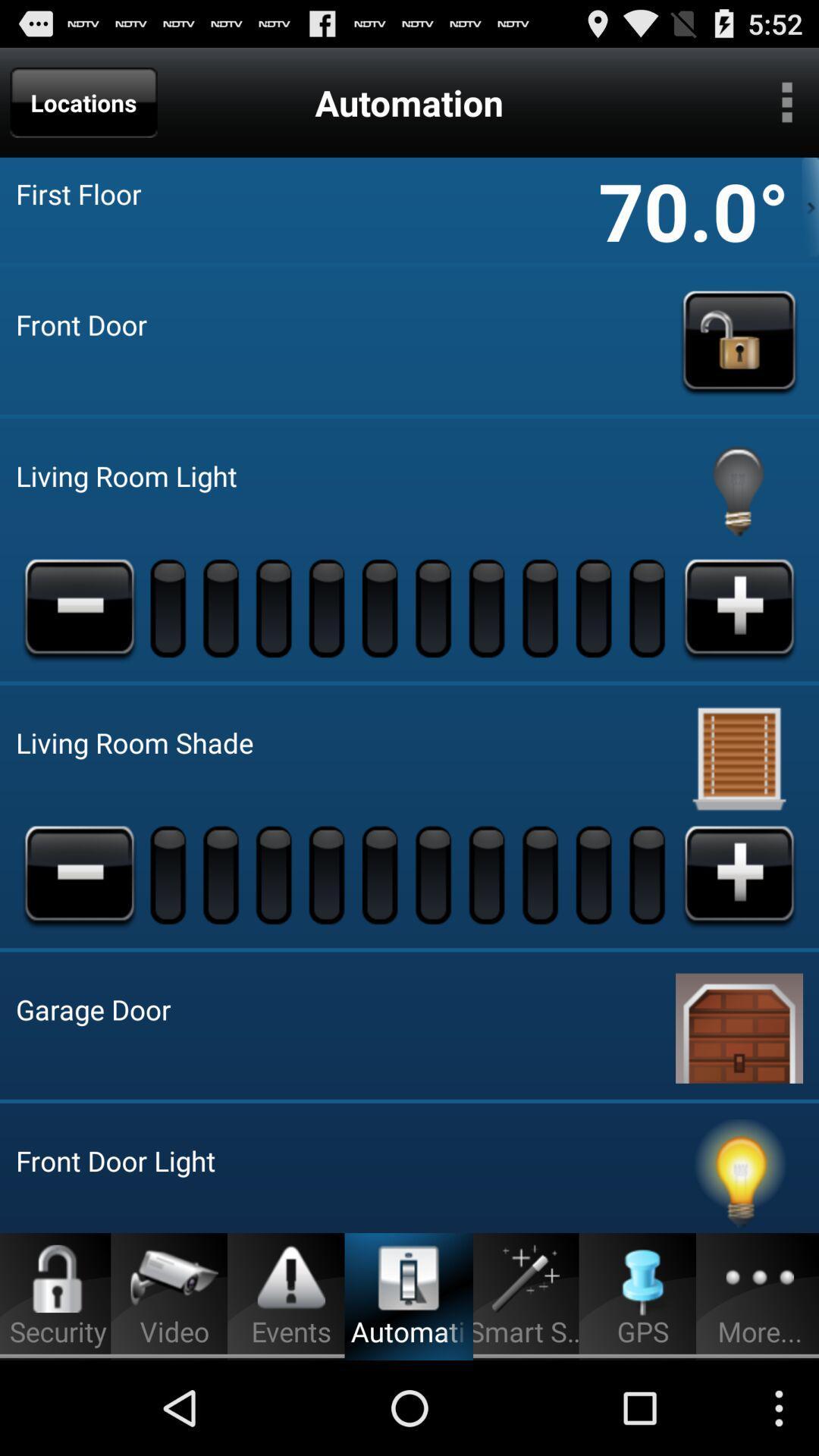 The image size is (819, 1456). I want to click on open garage door, so click(739, 1025).